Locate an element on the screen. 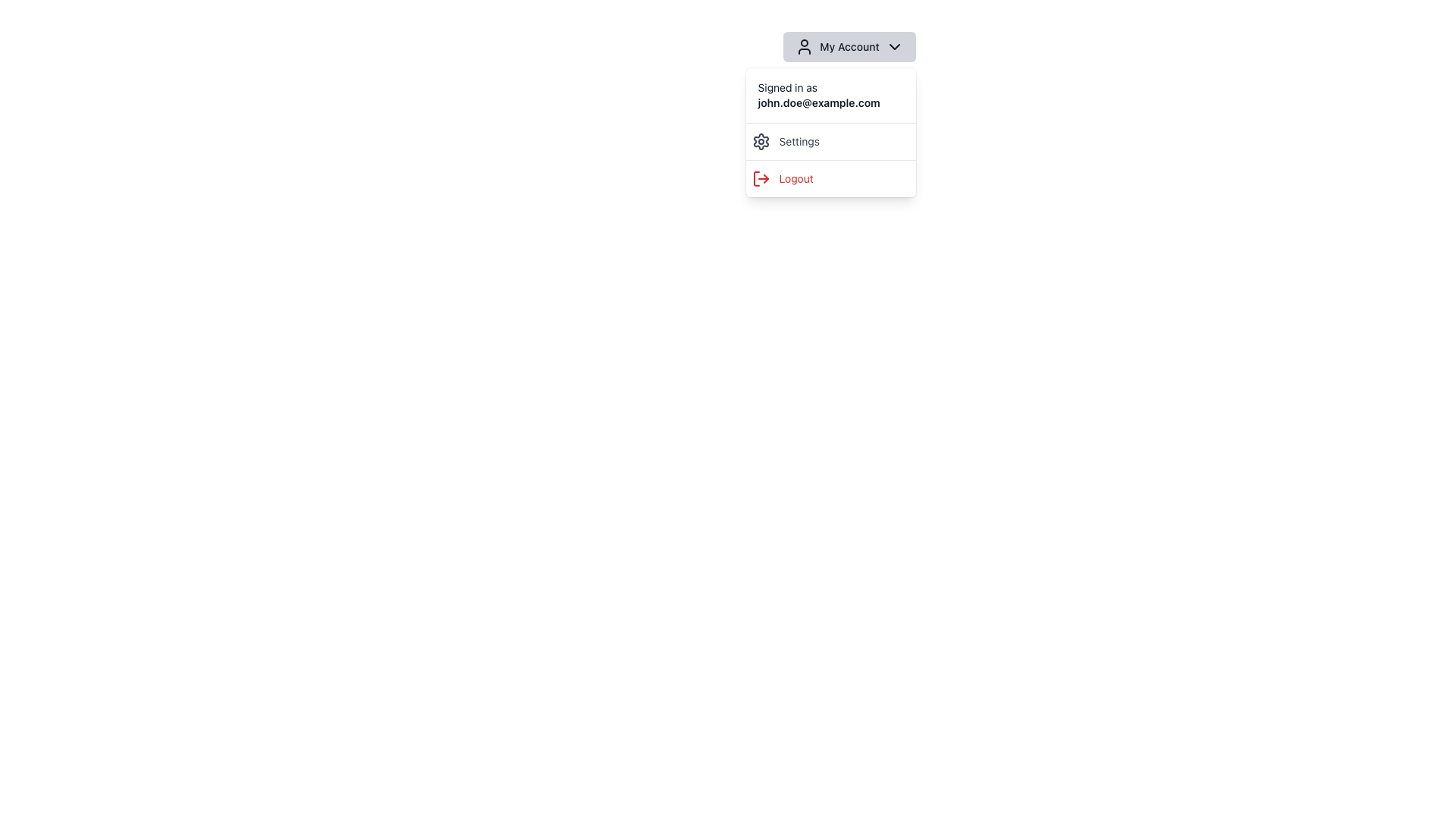 The height and width of the screenshot is (819, 1456). the 'Settings' icon located to the left of the 'Settings' menu item within the dropdown menu is located at coordinates (761, 141).